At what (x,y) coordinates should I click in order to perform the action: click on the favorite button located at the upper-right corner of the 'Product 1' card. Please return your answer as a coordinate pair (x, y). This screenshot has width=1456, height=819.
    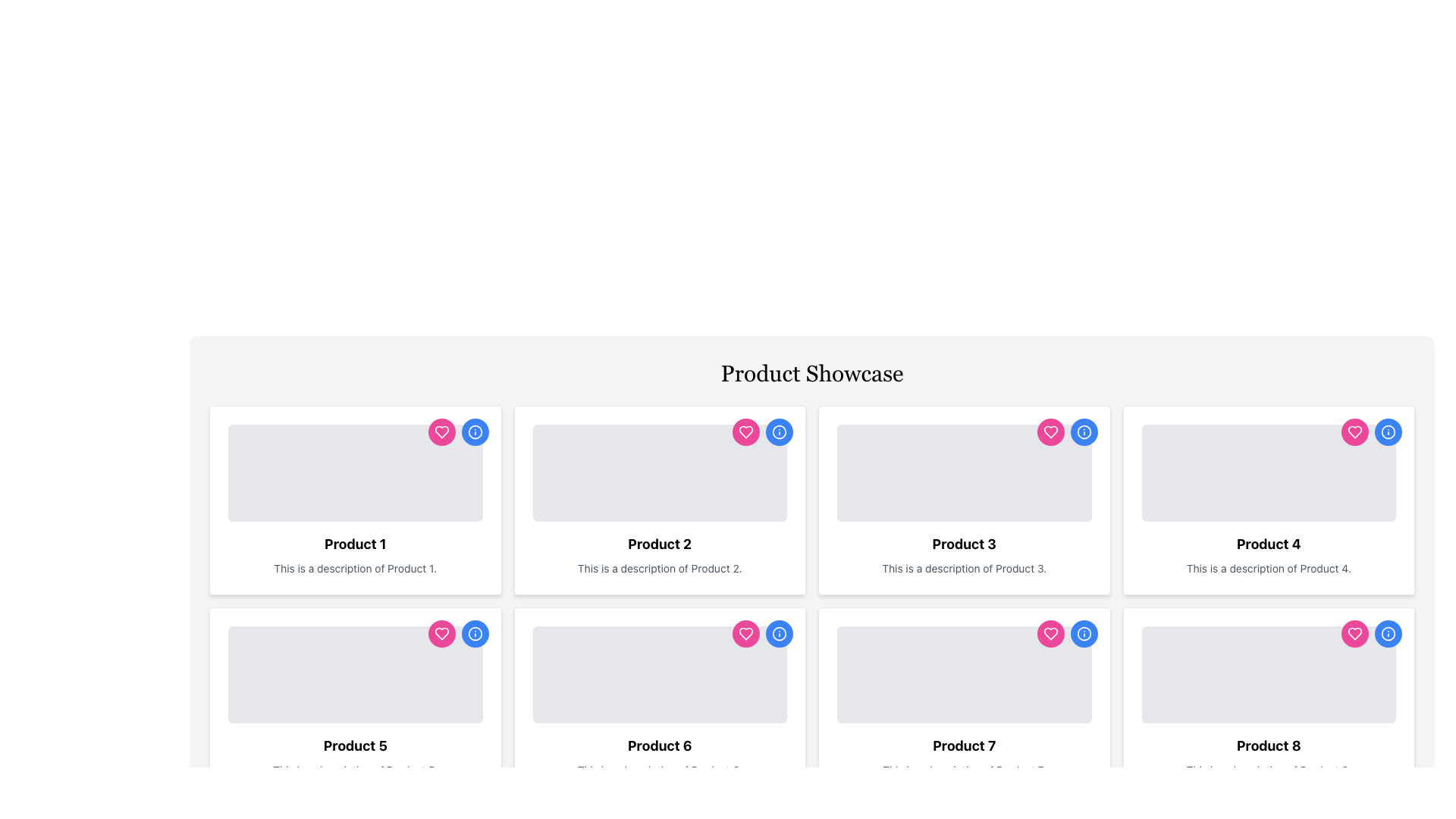
    Looking at the image, I should click on (441, 432).